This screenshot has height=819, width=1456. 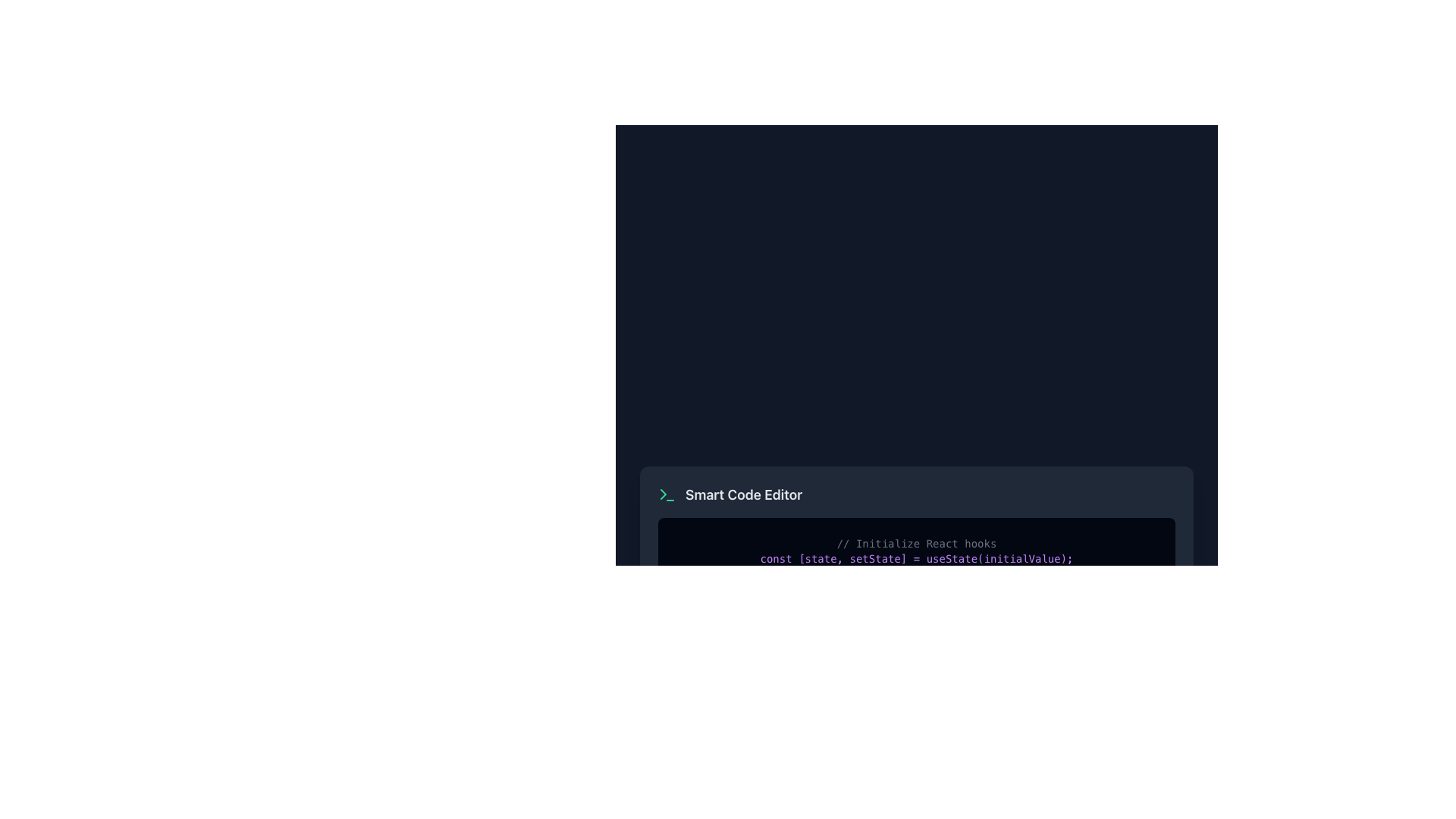 I want to click on the code snippet displaying the React hook initialization statement 'const [state, setState] = useState(initialValue);' to read its content, so click(x=916, y=558).